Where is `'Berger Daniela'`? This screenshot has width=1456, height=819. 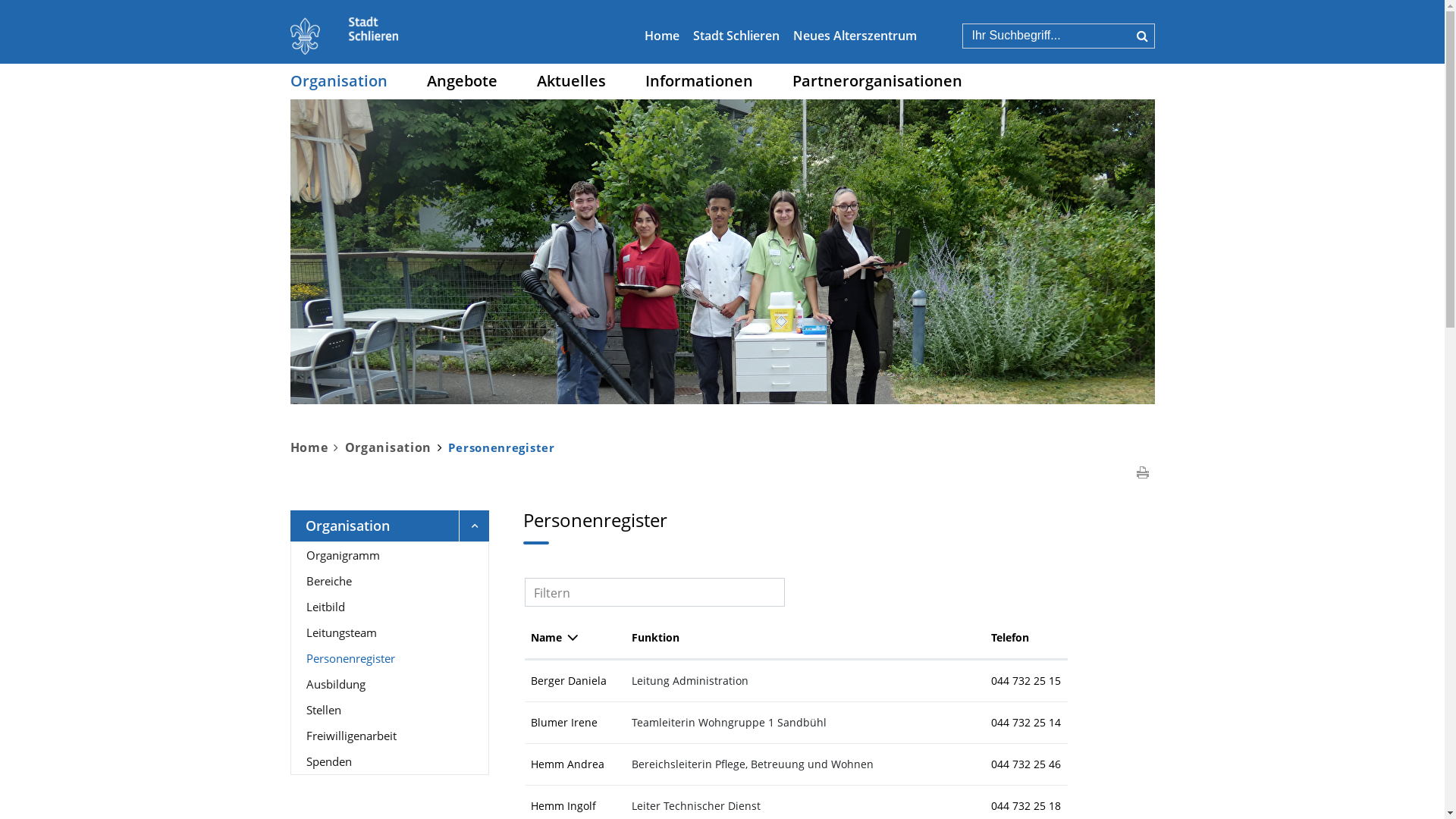
'Berger Daniela' is located at coordinates (531, 679).